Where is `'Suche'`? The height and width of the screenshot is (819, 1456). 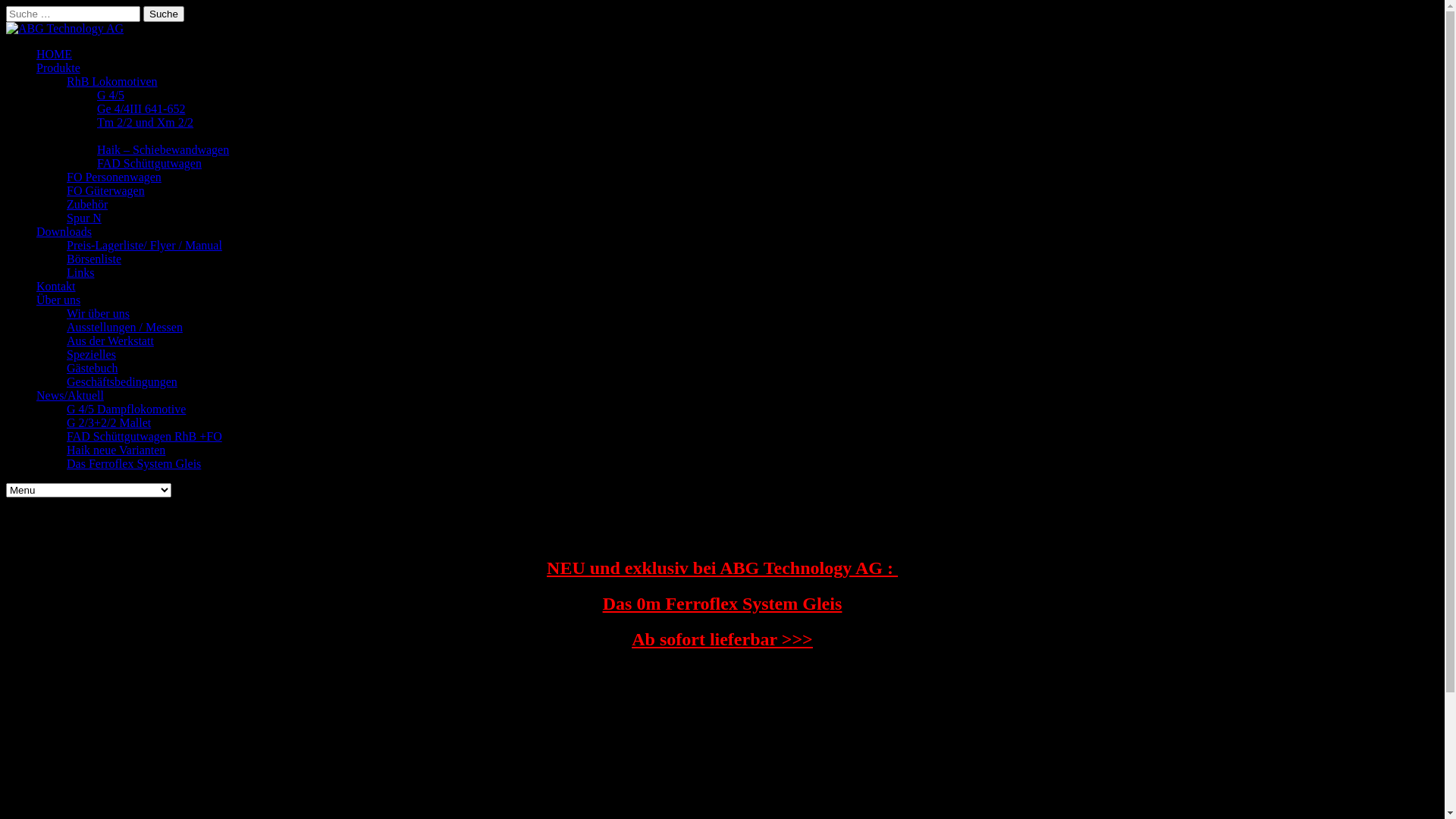
'Suche' is located at coordinates (164, 14).